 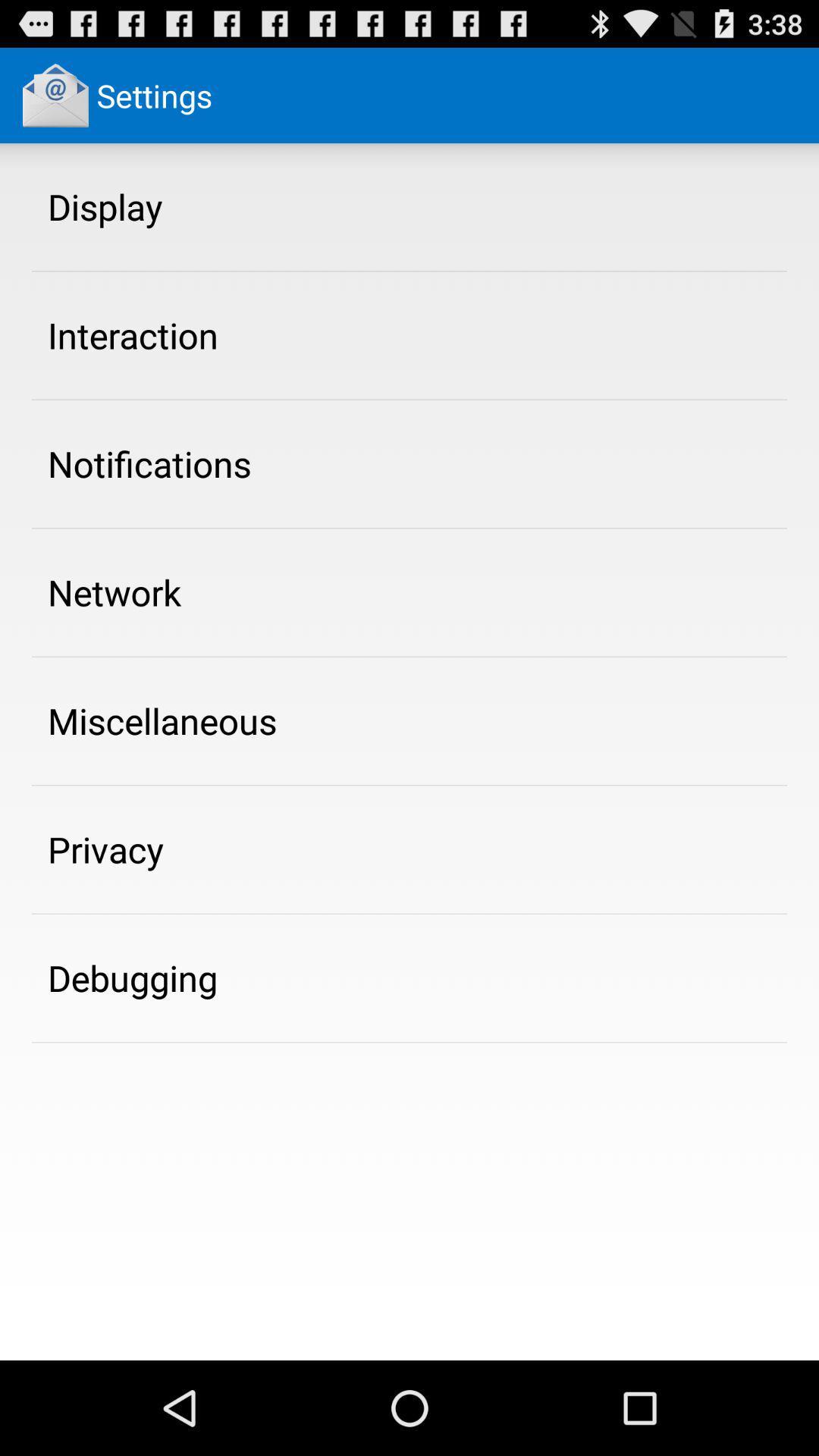 I want to click on item above interaction, so click(x=104, y=206).